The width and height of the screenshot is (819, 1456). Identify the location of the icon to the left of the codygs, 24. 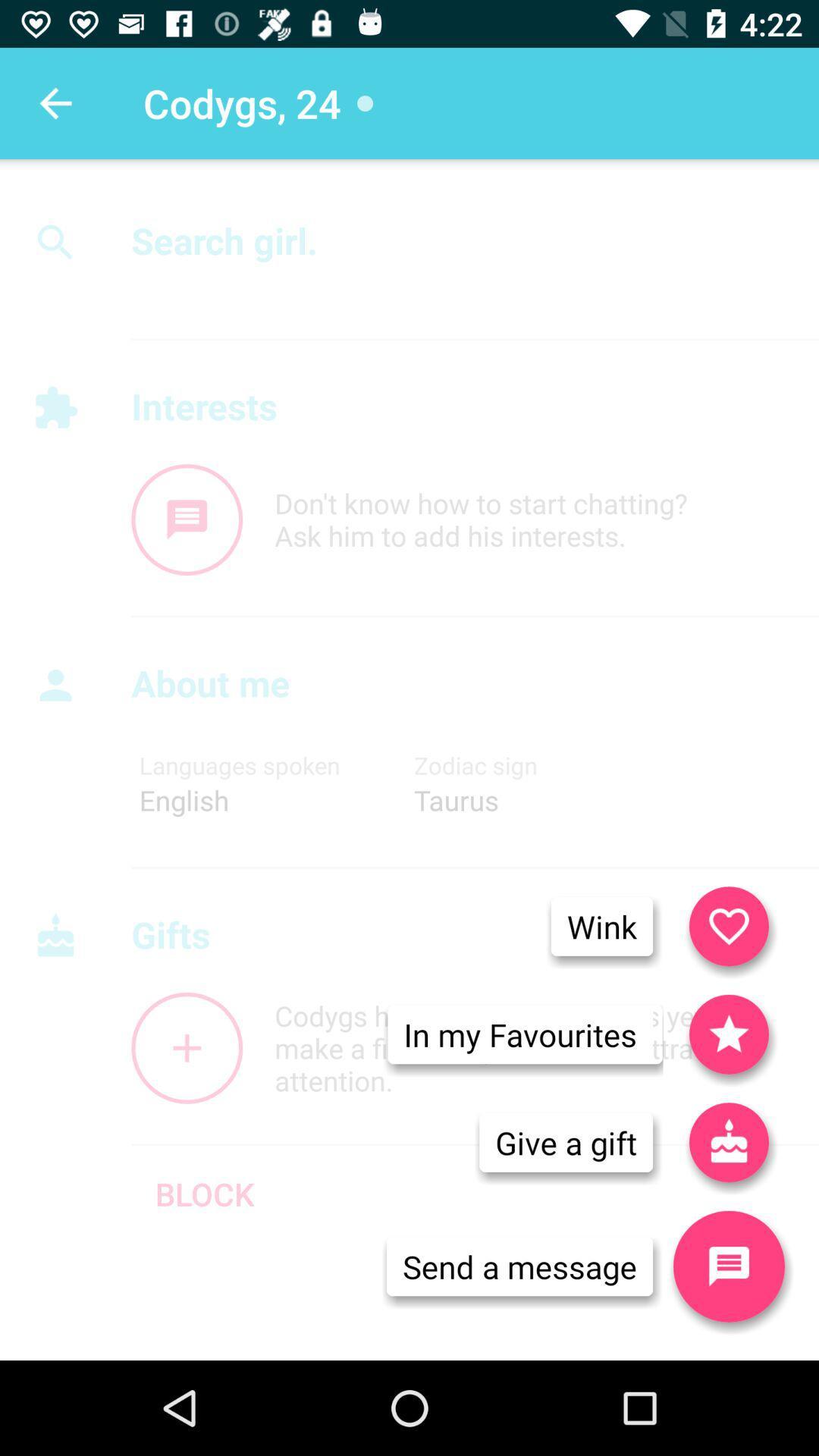
(55, 102).